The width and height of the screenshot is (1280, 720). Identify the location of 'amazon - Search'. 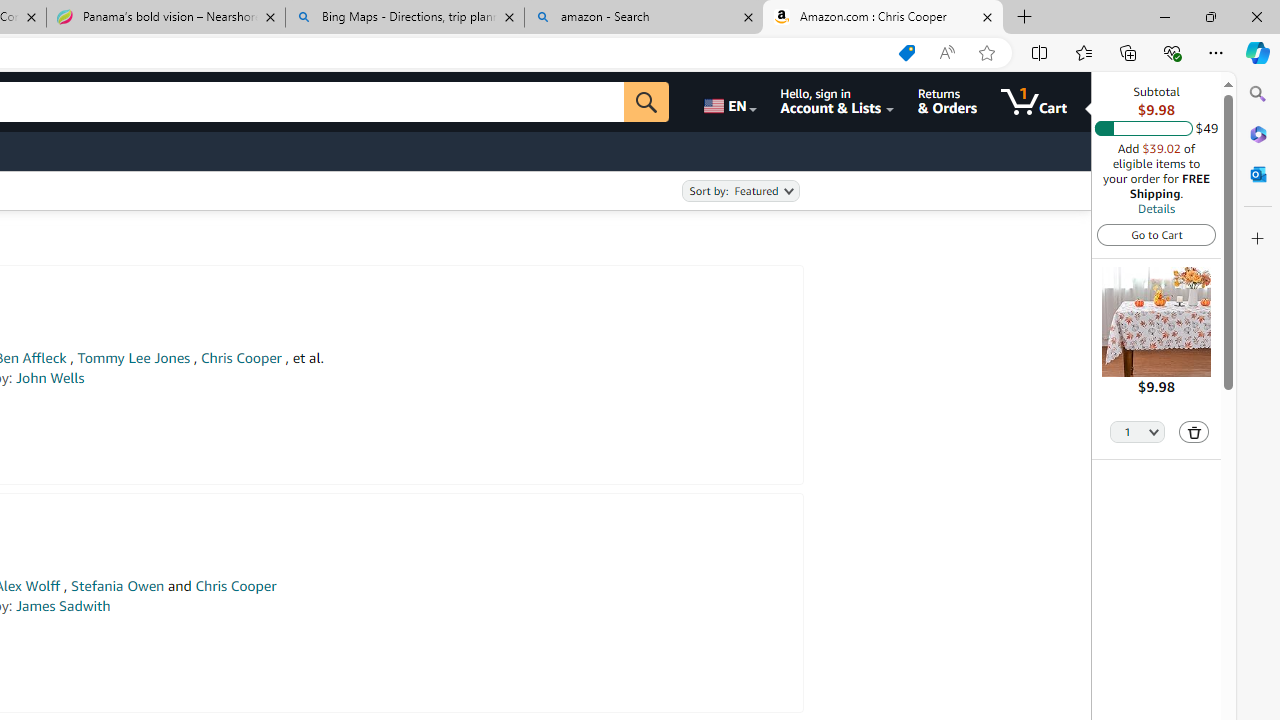
(643, 17).